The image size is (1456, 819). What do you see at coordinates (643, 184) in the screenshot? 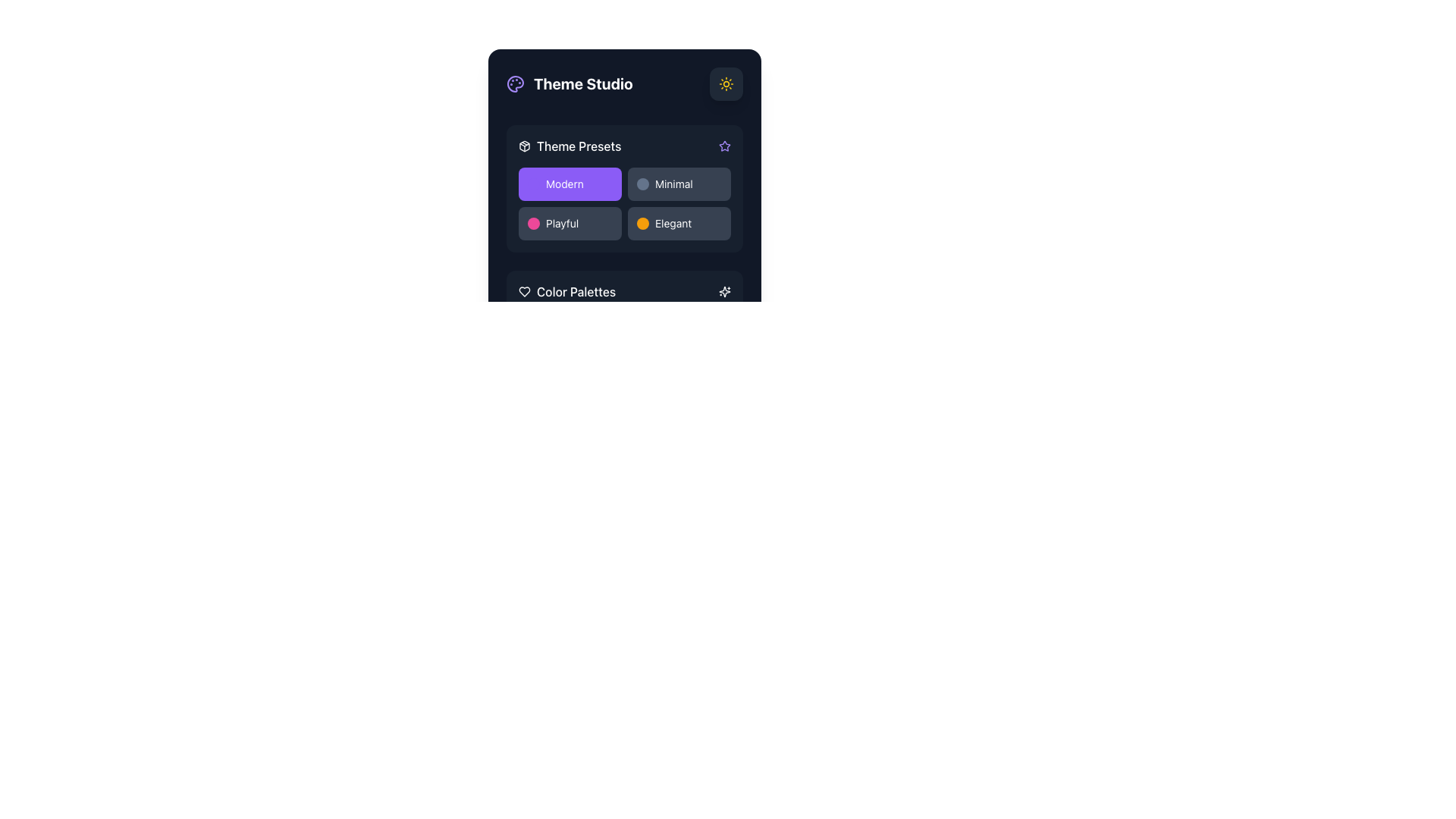
I see `the Circular decoration element located to the left of the text inside the 'Minimal' button, which serves as a visual indicator or decoration` at bounding box center [643, 184].